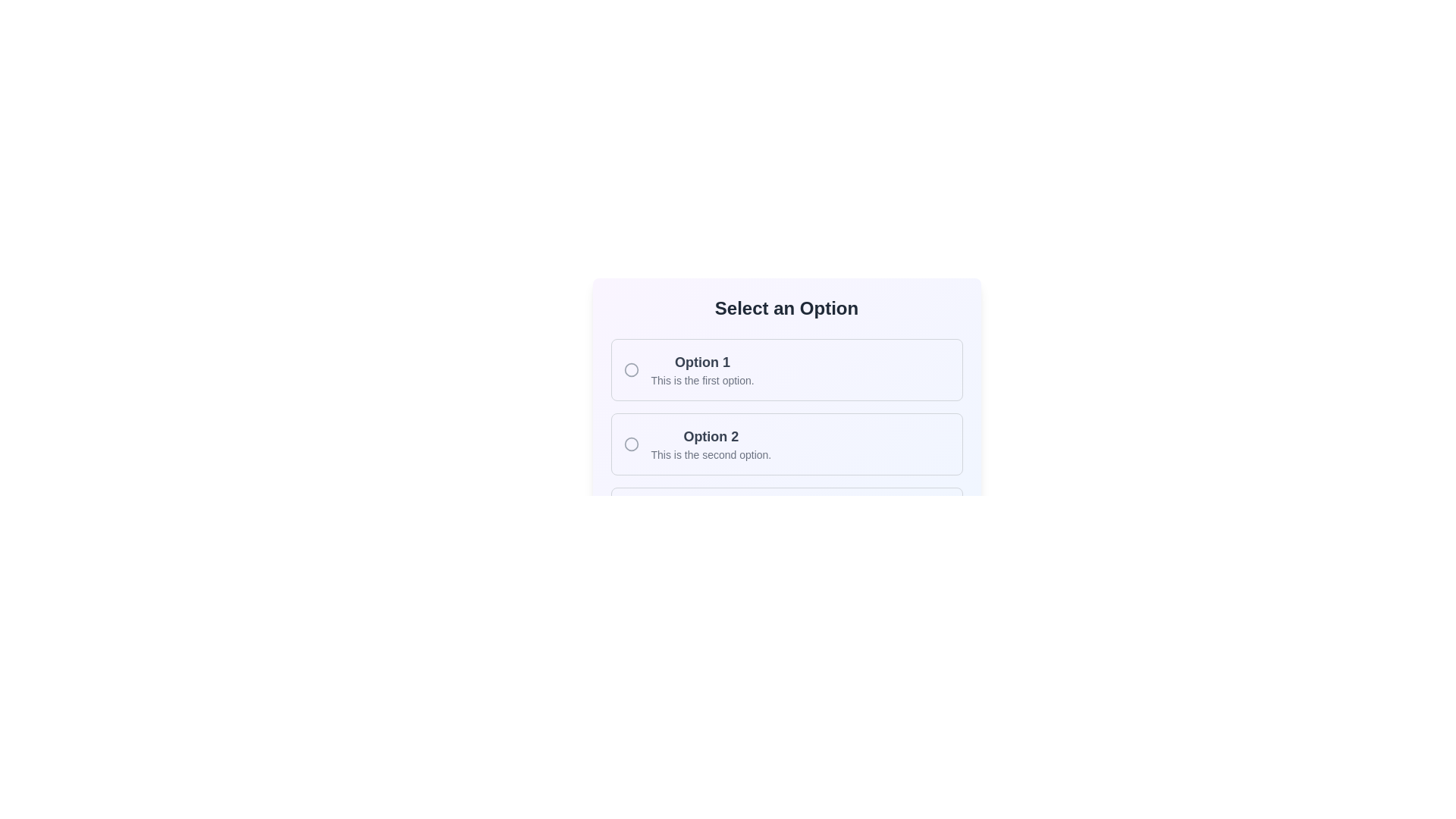 This screenshot has height=819, width=1456. I want to click on the second selectable option in the list titled 'Select an Option', which is highlighted and reads 'This is the second option.', so click(786, 423).